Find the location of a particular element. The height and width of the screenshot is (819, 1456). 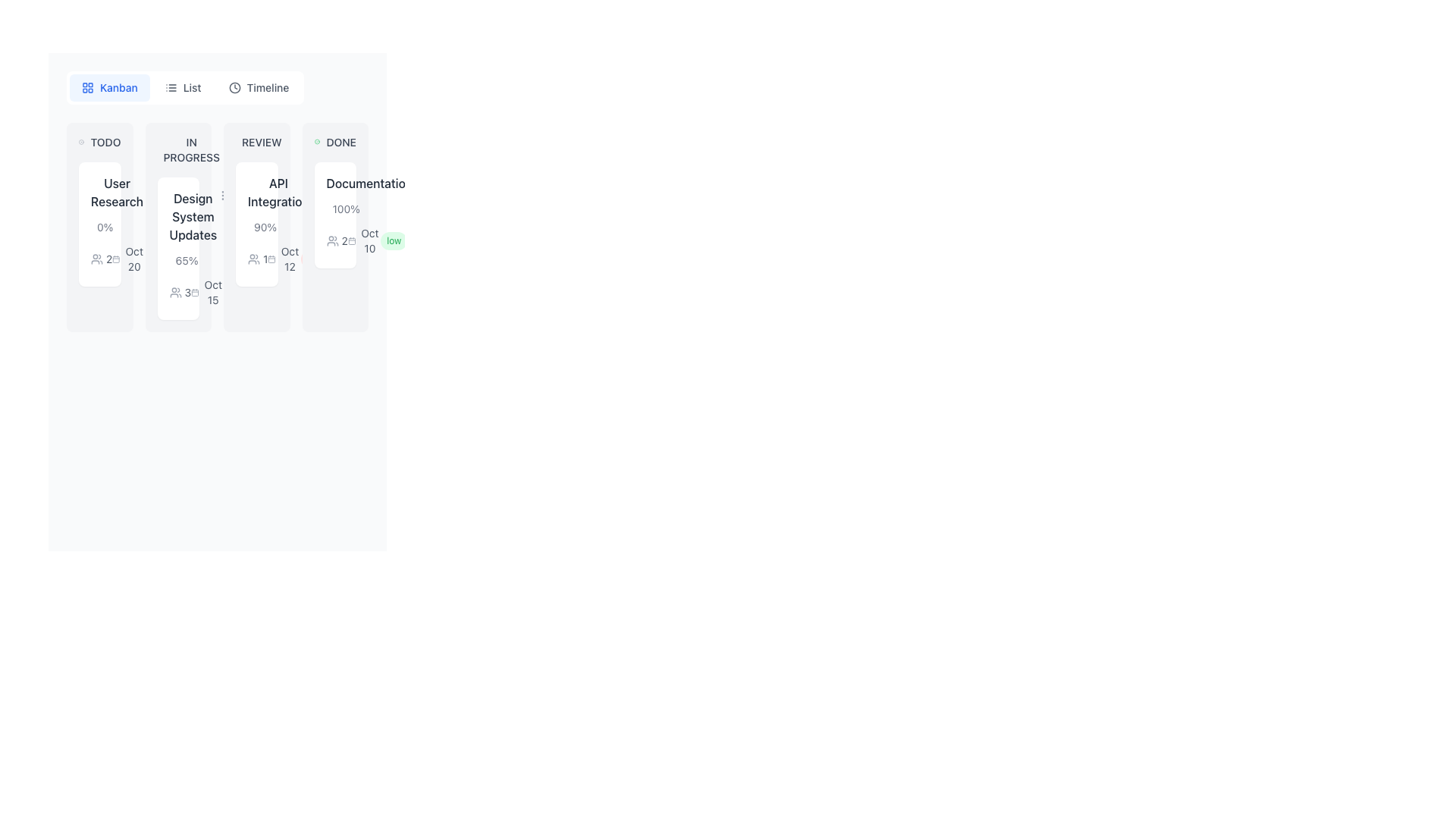

the user-related information icon located within the 'API Integration' card under the 'Review' column in the Kanban board, positioned on the left side next to the number '2' is located at coordinates (256, 259).